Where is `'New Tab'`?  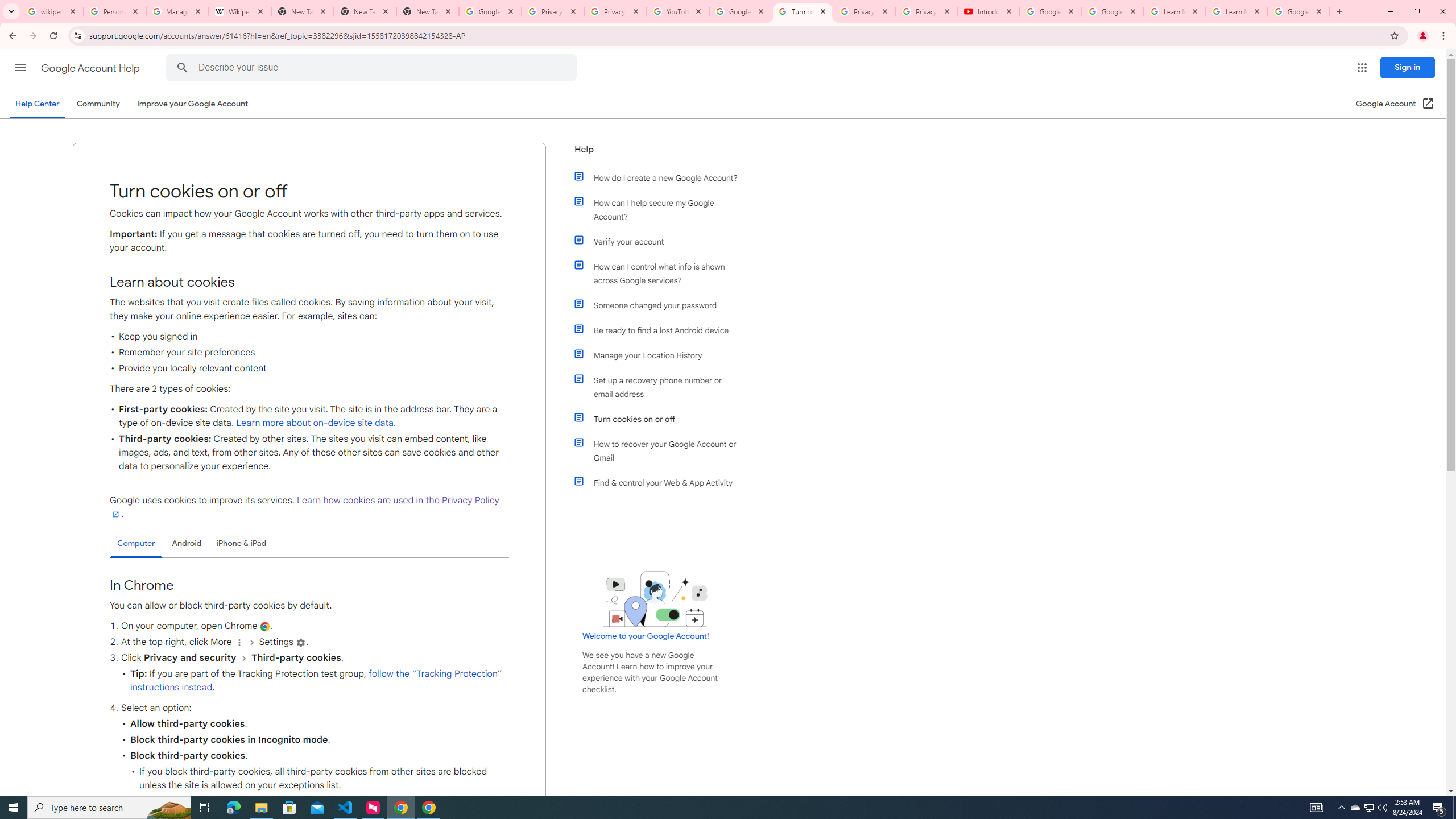 'New Tab' is located at coordinates (365, 11).